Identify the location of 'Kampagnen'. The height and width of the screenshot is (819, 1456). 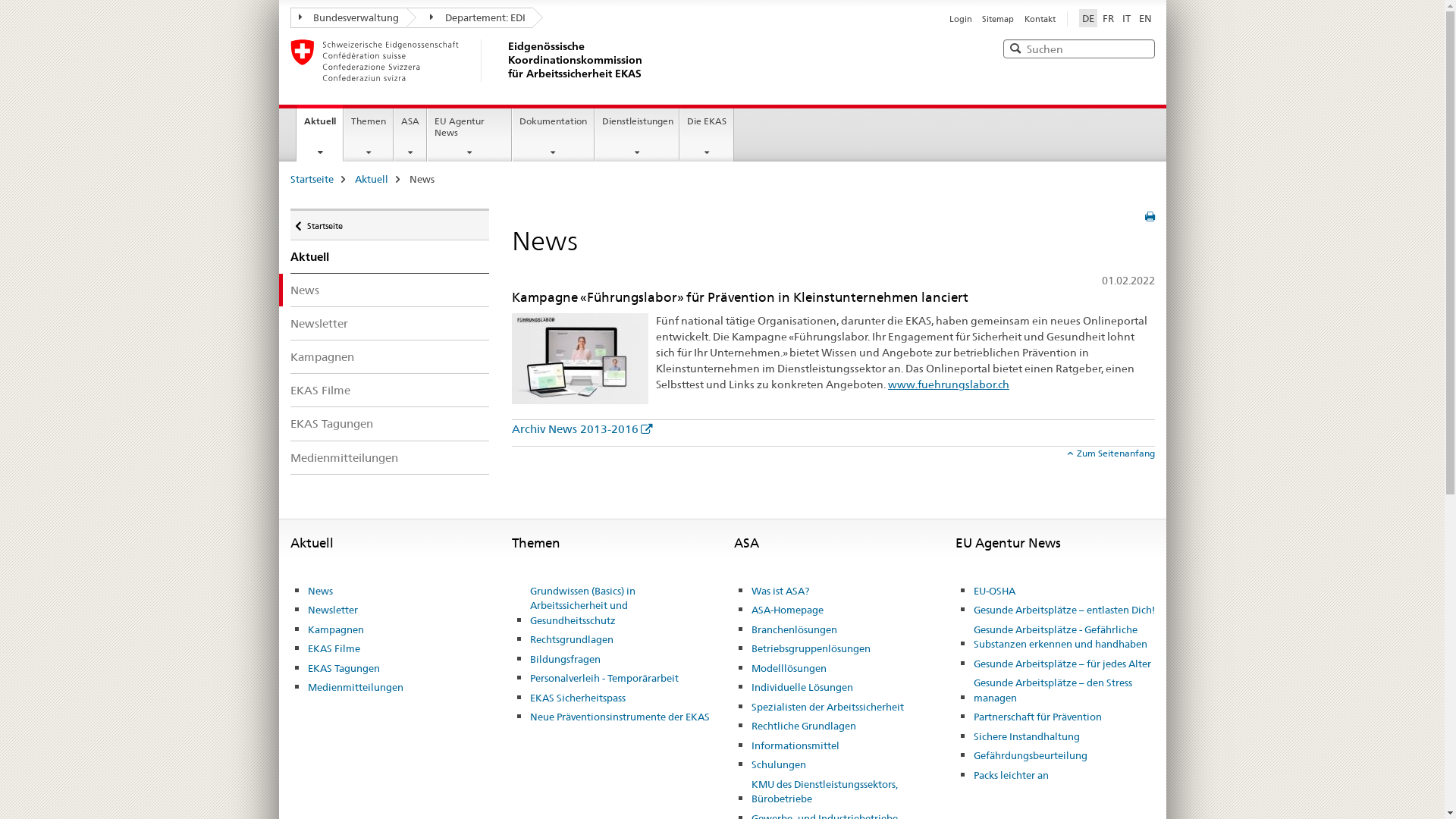
(389, 356).